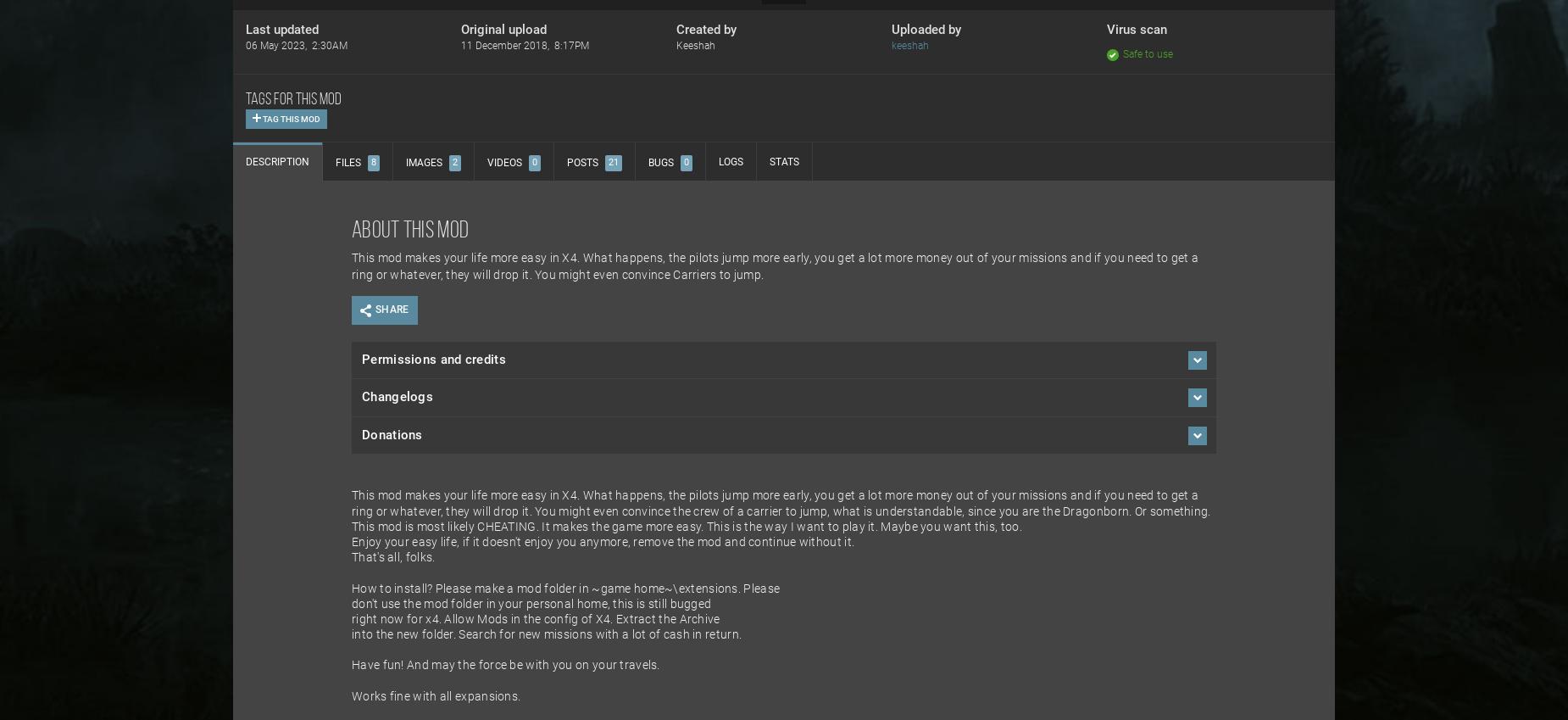 The width and height of the screenshot is (1568, 720). I want to click on 'don't use the mod folder in your personal home, this is still bugged', so click(531, 603).